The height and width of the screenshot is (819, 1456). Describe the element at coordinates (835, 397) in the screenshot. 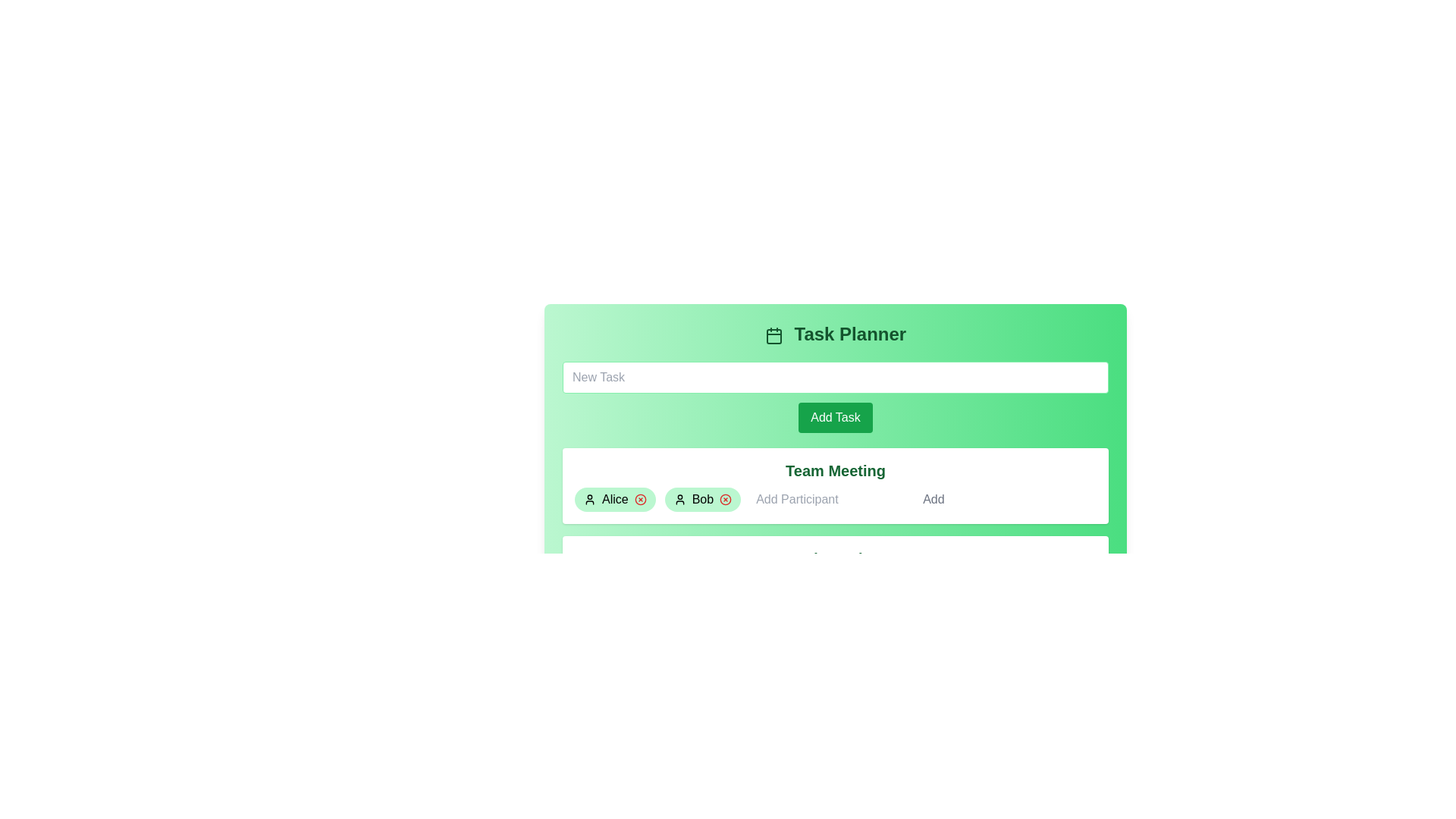

I see `the button located centrally under the 'New Task' input field` at that location.